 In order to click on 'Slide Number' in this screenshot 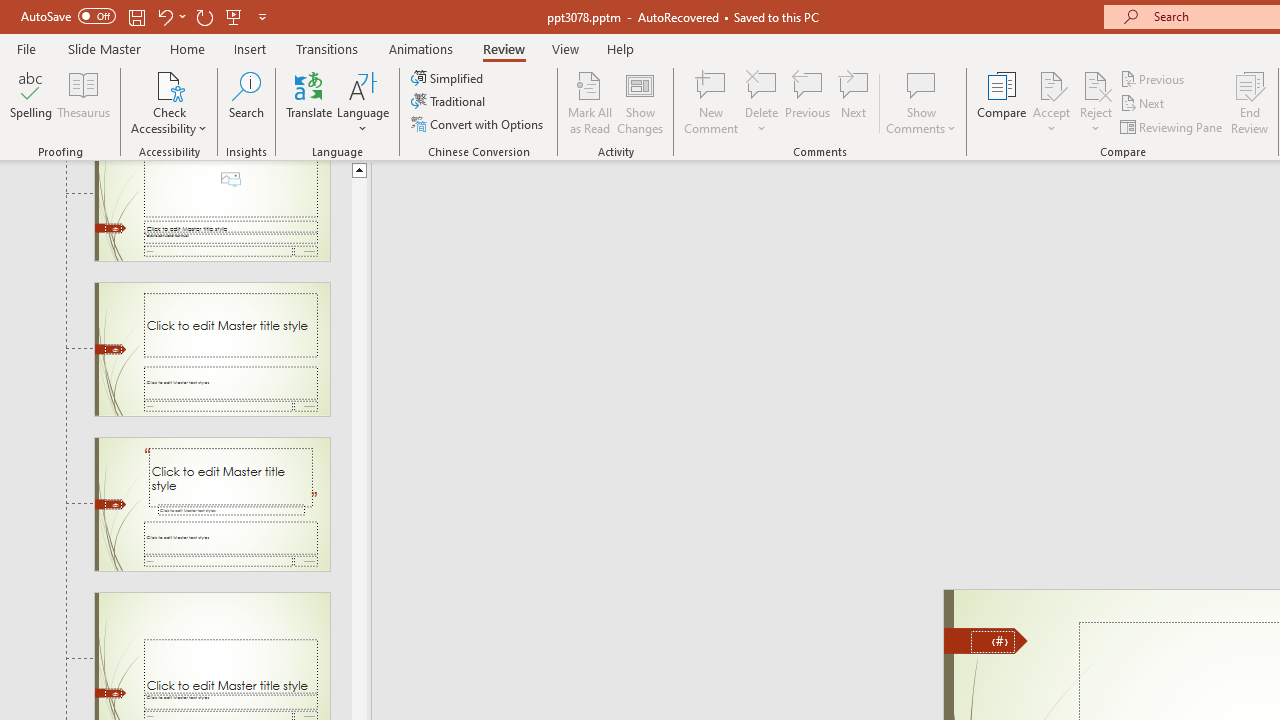, I will do `click(993, 641)`.